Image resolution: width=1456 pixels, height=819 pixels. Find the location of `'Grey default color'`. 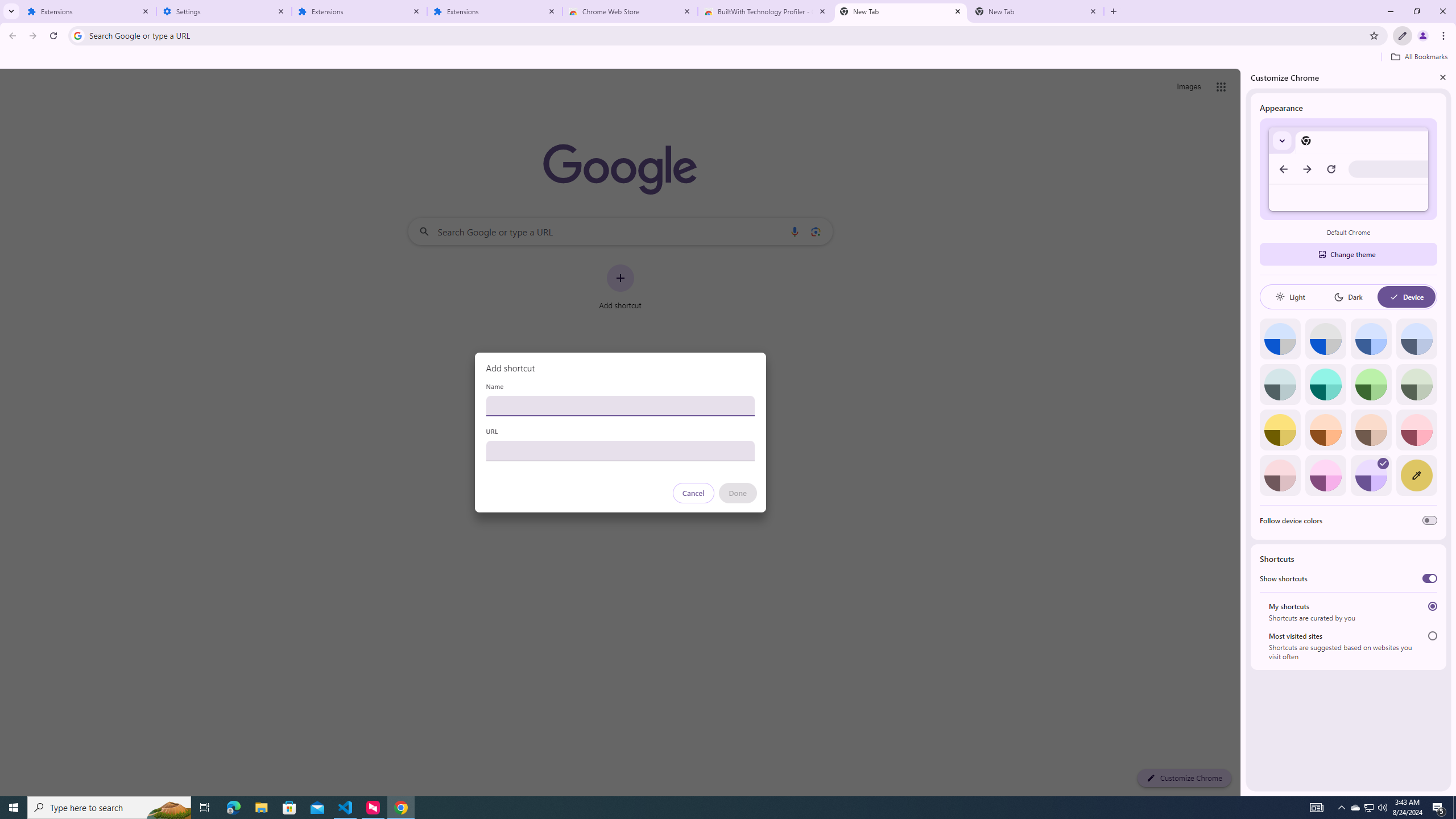

'Grey default color' is located at coordinates (1325, 338).